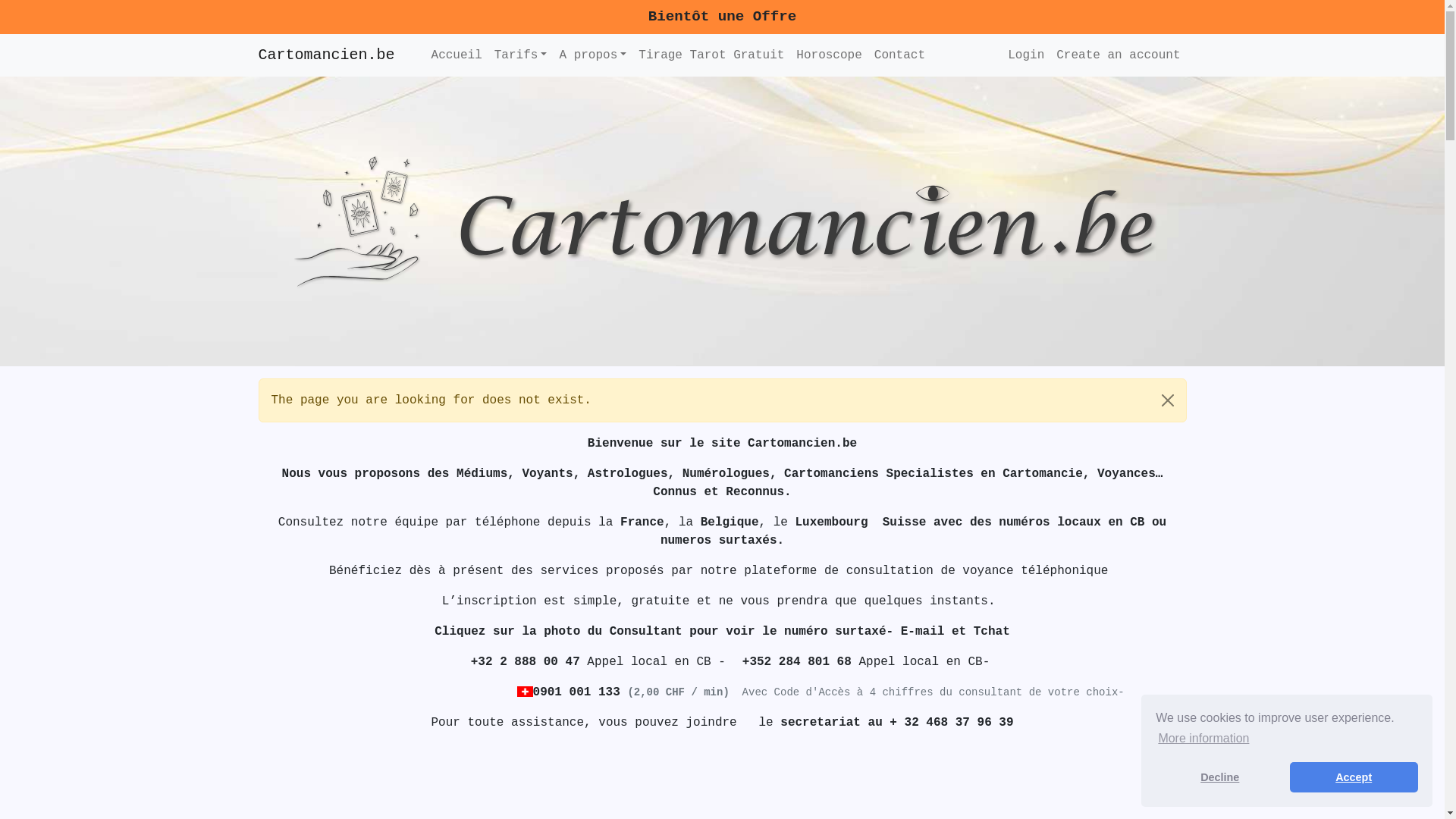  Describe the element at coordinates (591, 55) in the screenshot. I see `'A propos'` at that location.